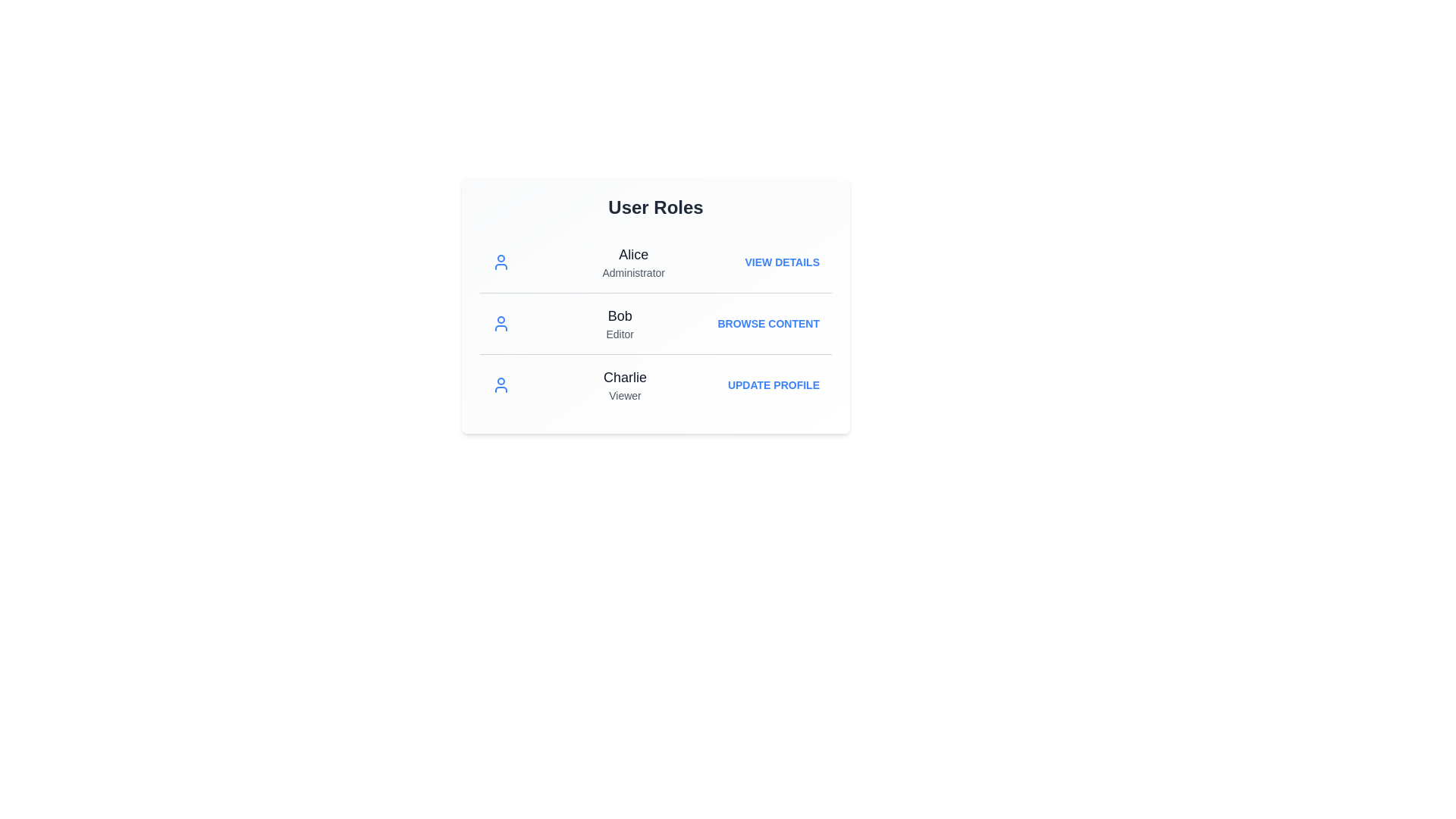 The image size is (1456, 819). What do you see at coordinates (501, 262) in the screenshot?
I see `the user profile icon for 'Alice', which is located to the far-left side of the entry next to the user's name and role information` at bounding box center [501, 262].